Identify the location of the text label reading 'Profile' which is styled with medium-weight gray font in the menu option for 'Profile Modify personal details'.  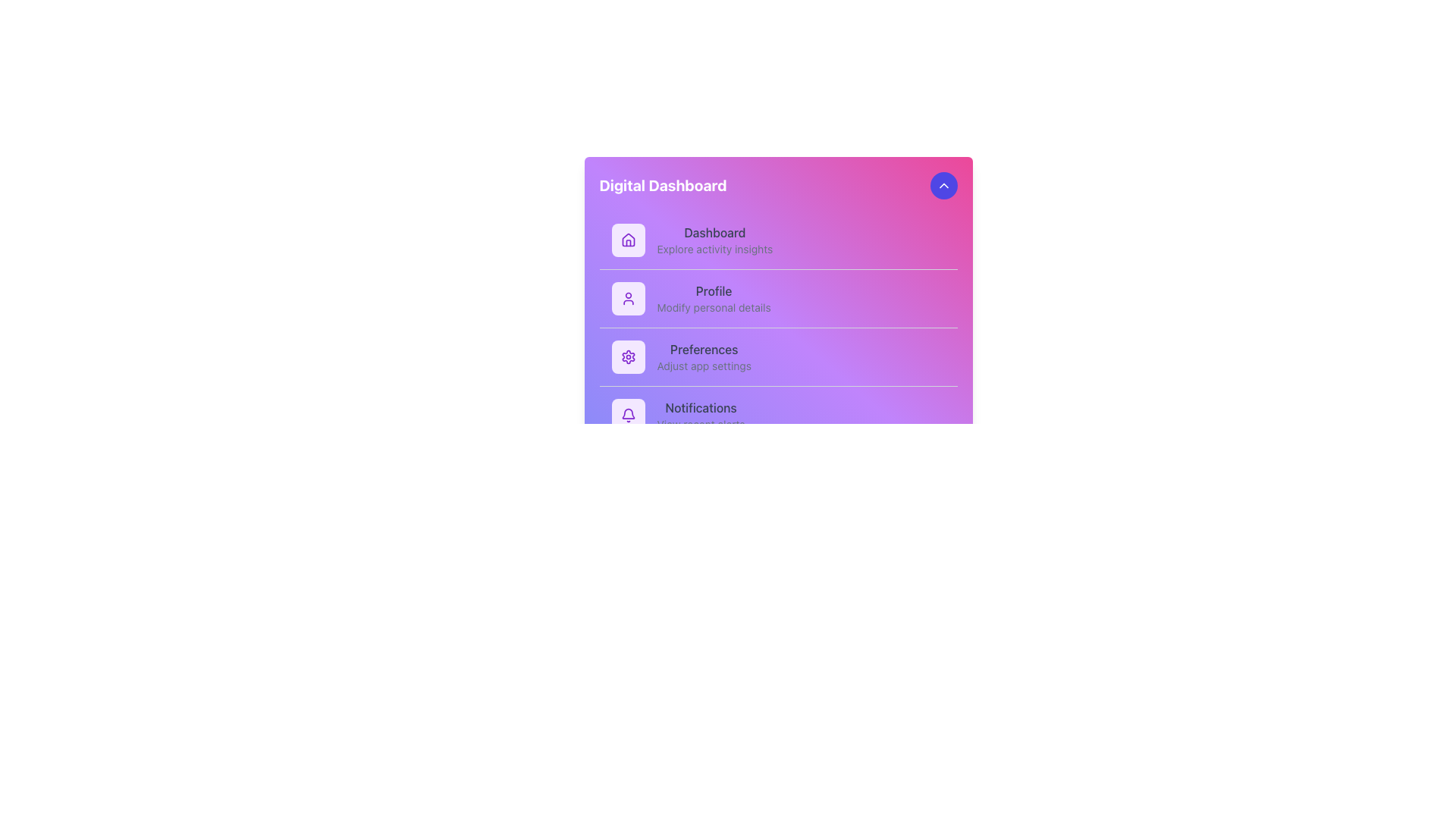
(713, 291).